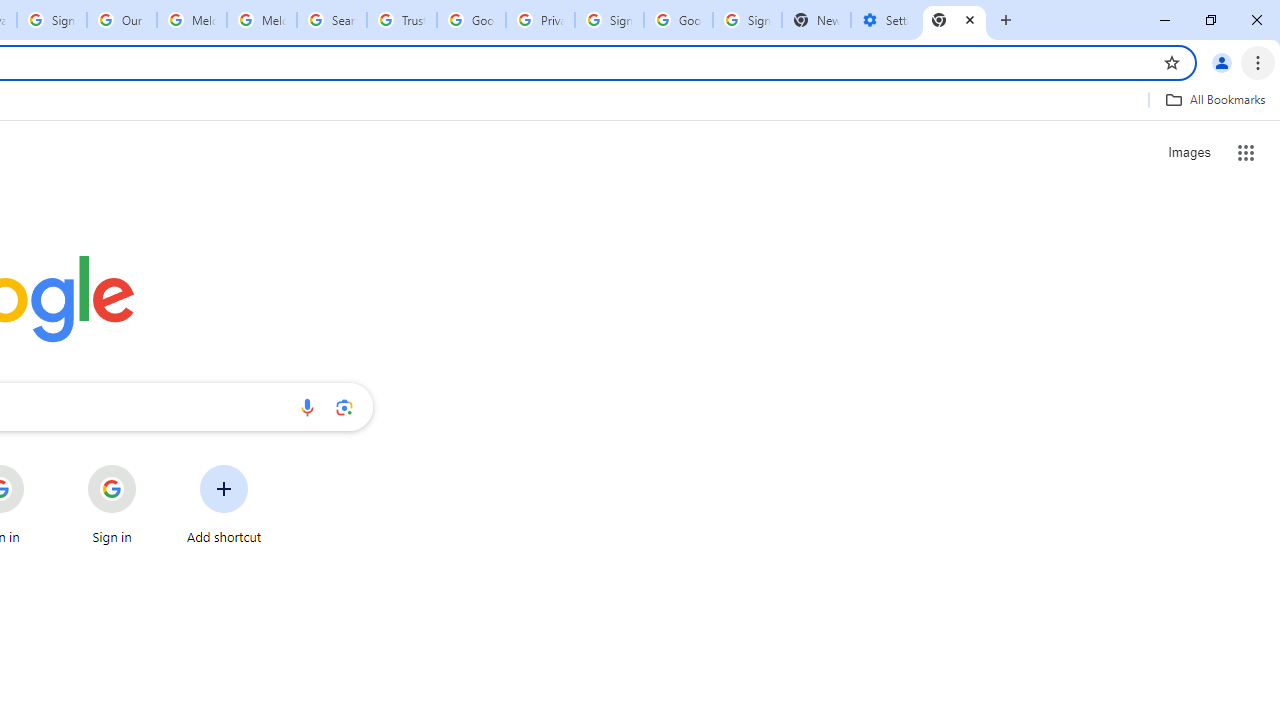 This screenshot has height=720, width=1280. Describe the element at coordinates (306, 406) in the screenshot. I see `'Search by voice'` at that location.